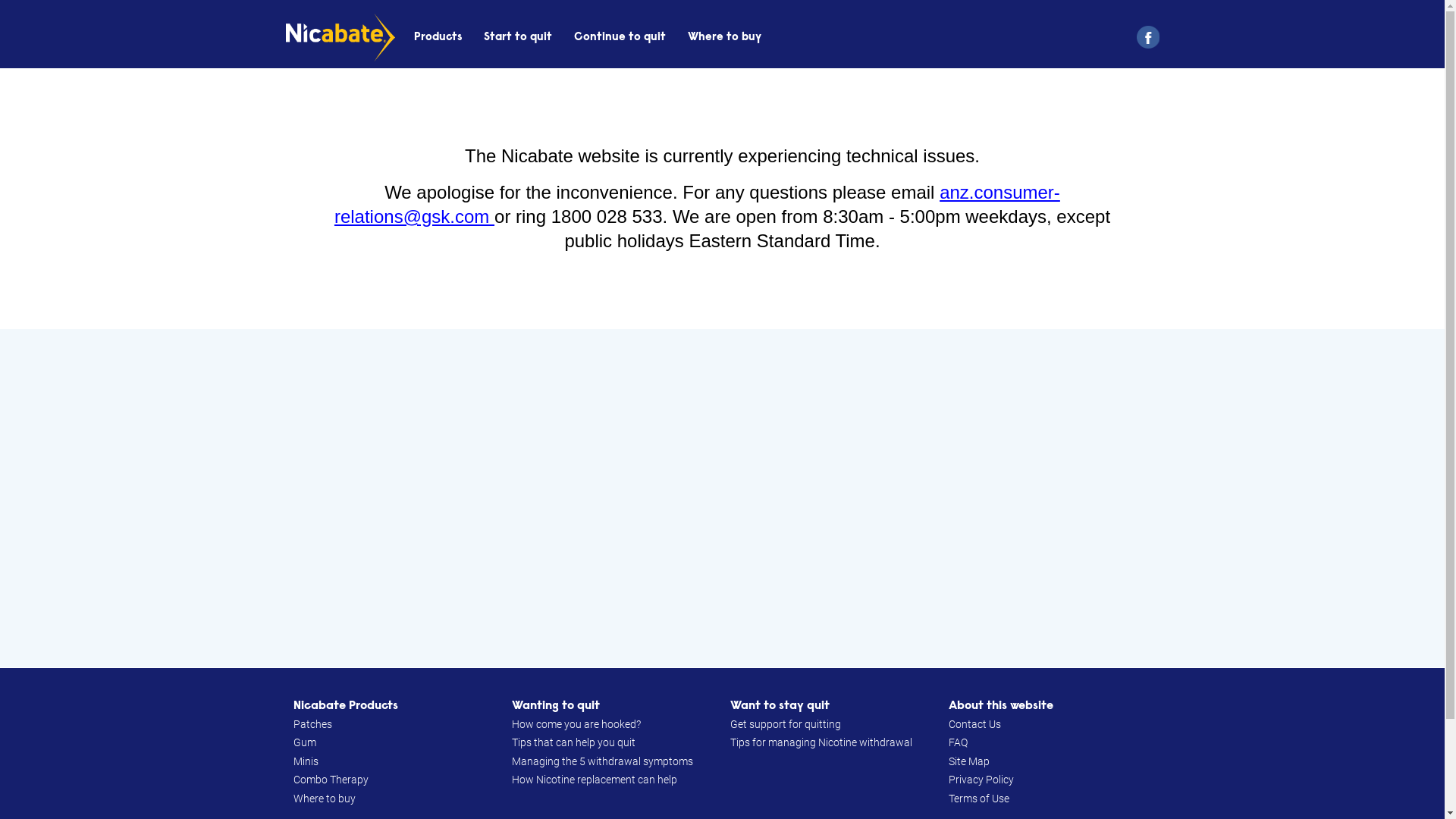 This screenshot has height=819, width=1456. I want to click on 'How Nicotine replacement can help', so click(510, 780).